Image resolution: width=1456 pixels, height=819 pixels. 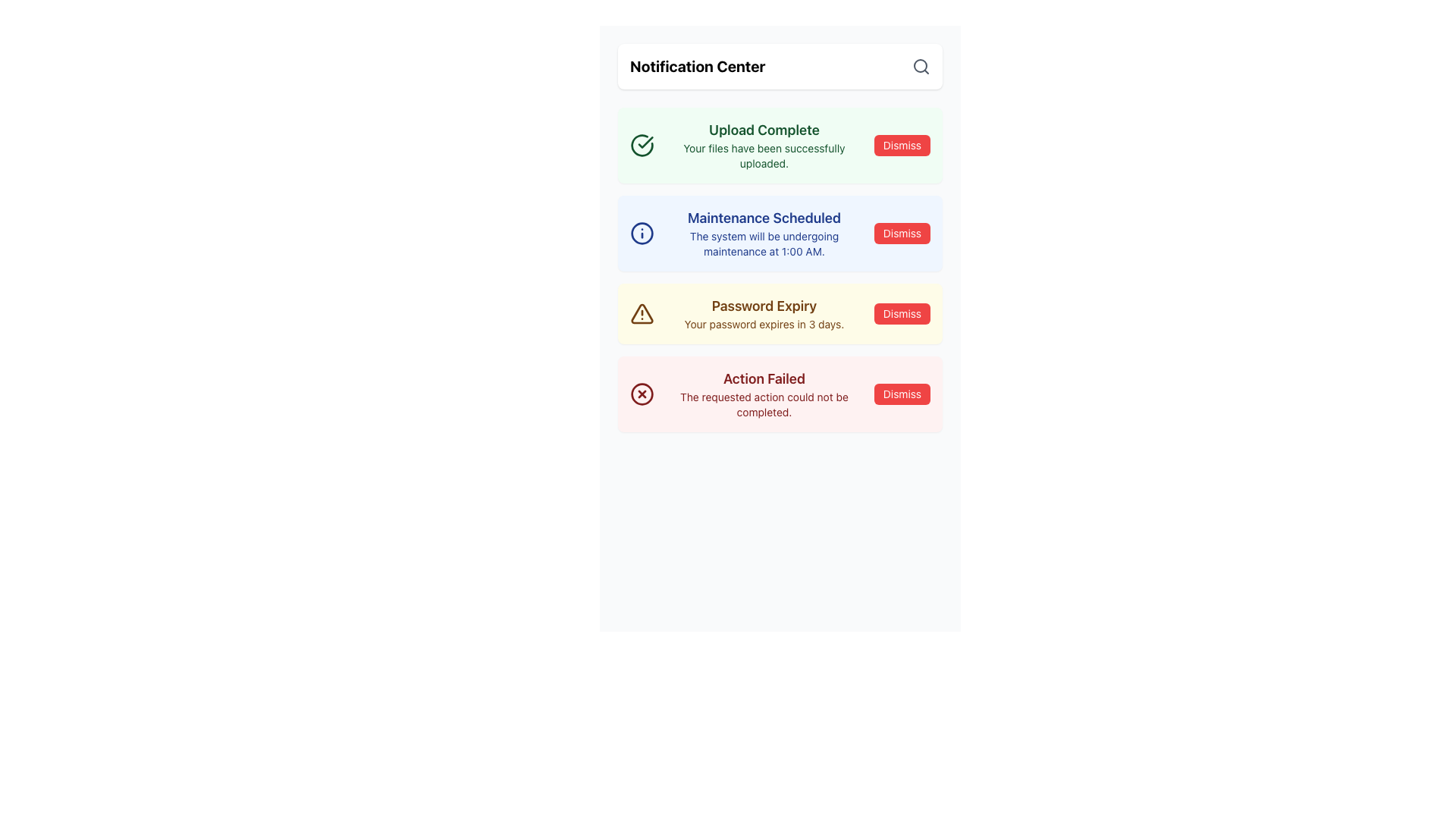 I want to click on the text content in the first notification card that indicates the successful completion of an upload process, which is located at the top of the notification center, so click(x=764, y=146).